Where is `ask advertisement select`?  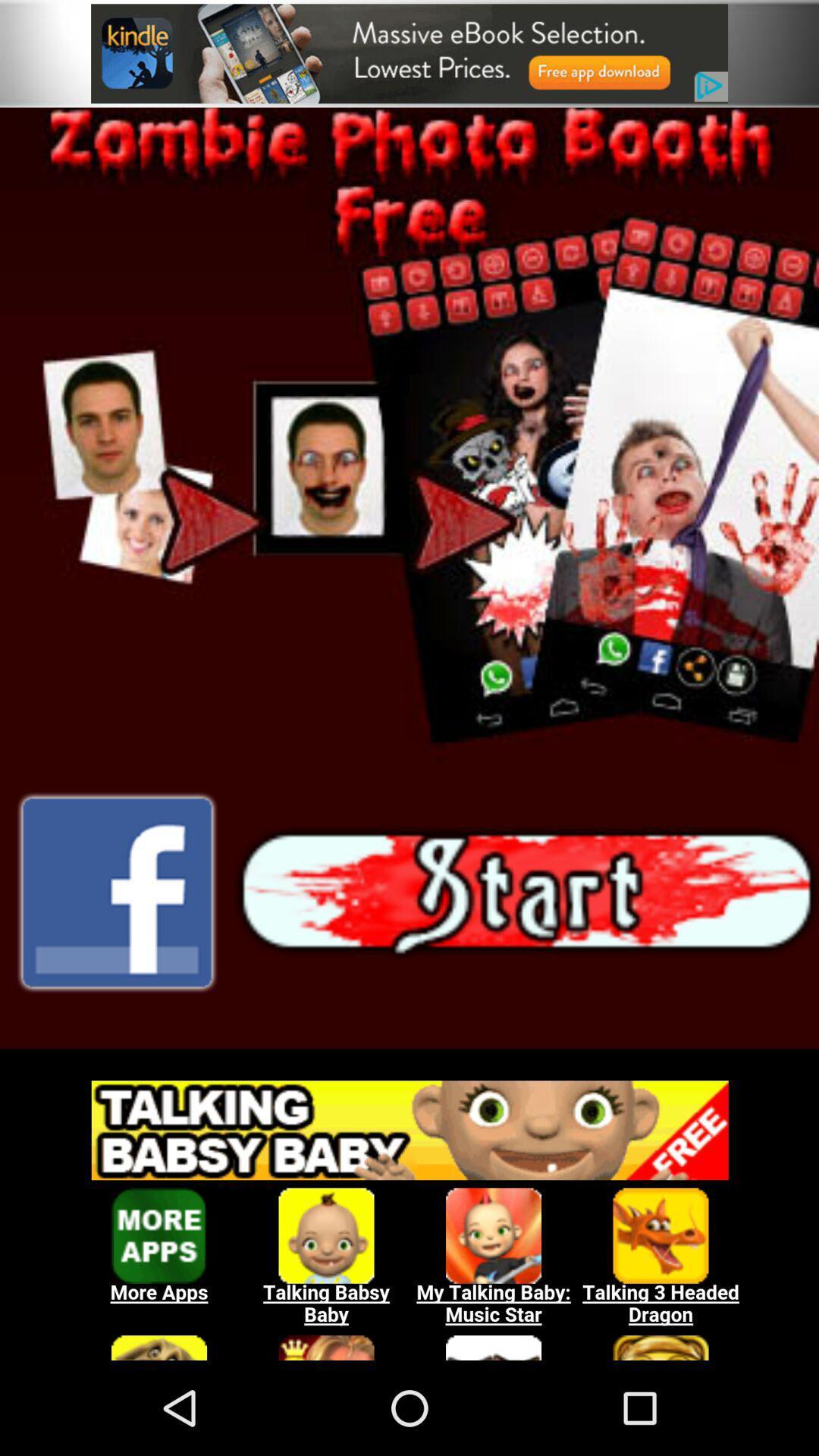
ask advertisement select is located at coordinates (409, 1211).